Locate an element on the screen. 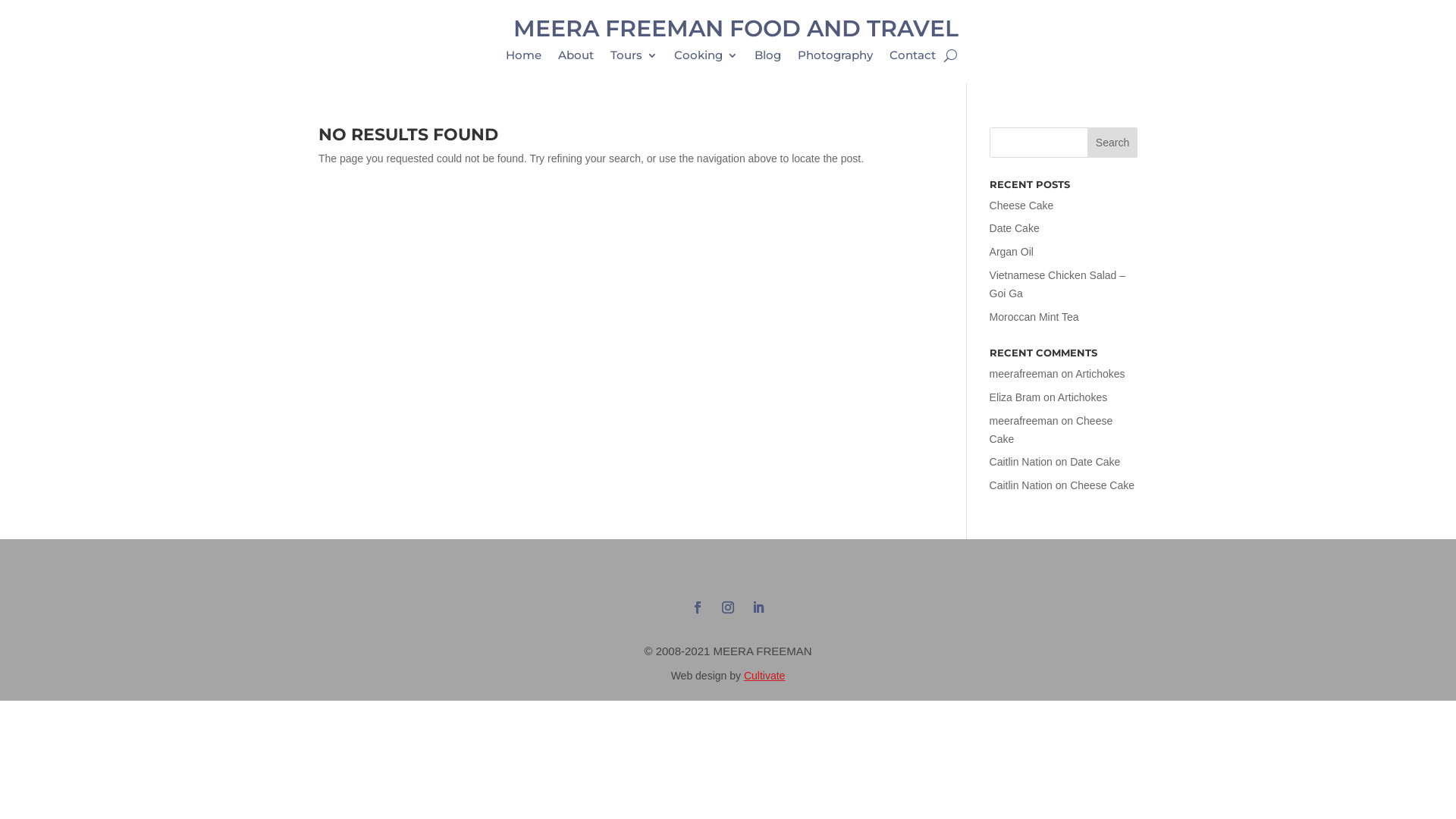 This screenshot has width=1456, height=819. 'Follow on Instagram' is located at coordinates (715, 607).